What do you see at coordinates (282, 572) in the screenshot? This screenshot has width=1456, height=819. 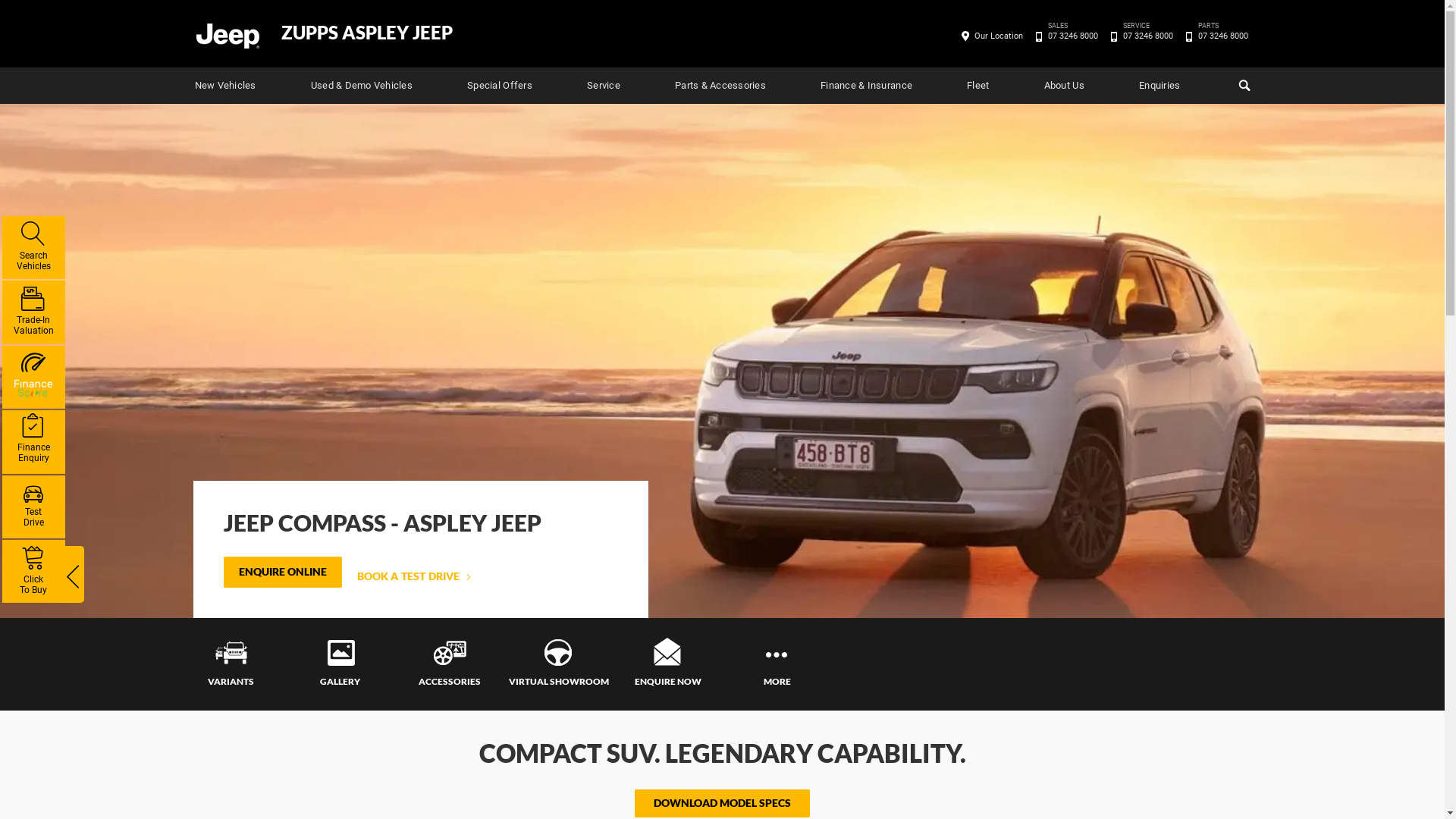 I see `'ENQUIRE ONLINE'` at bounding box center [282, 572].